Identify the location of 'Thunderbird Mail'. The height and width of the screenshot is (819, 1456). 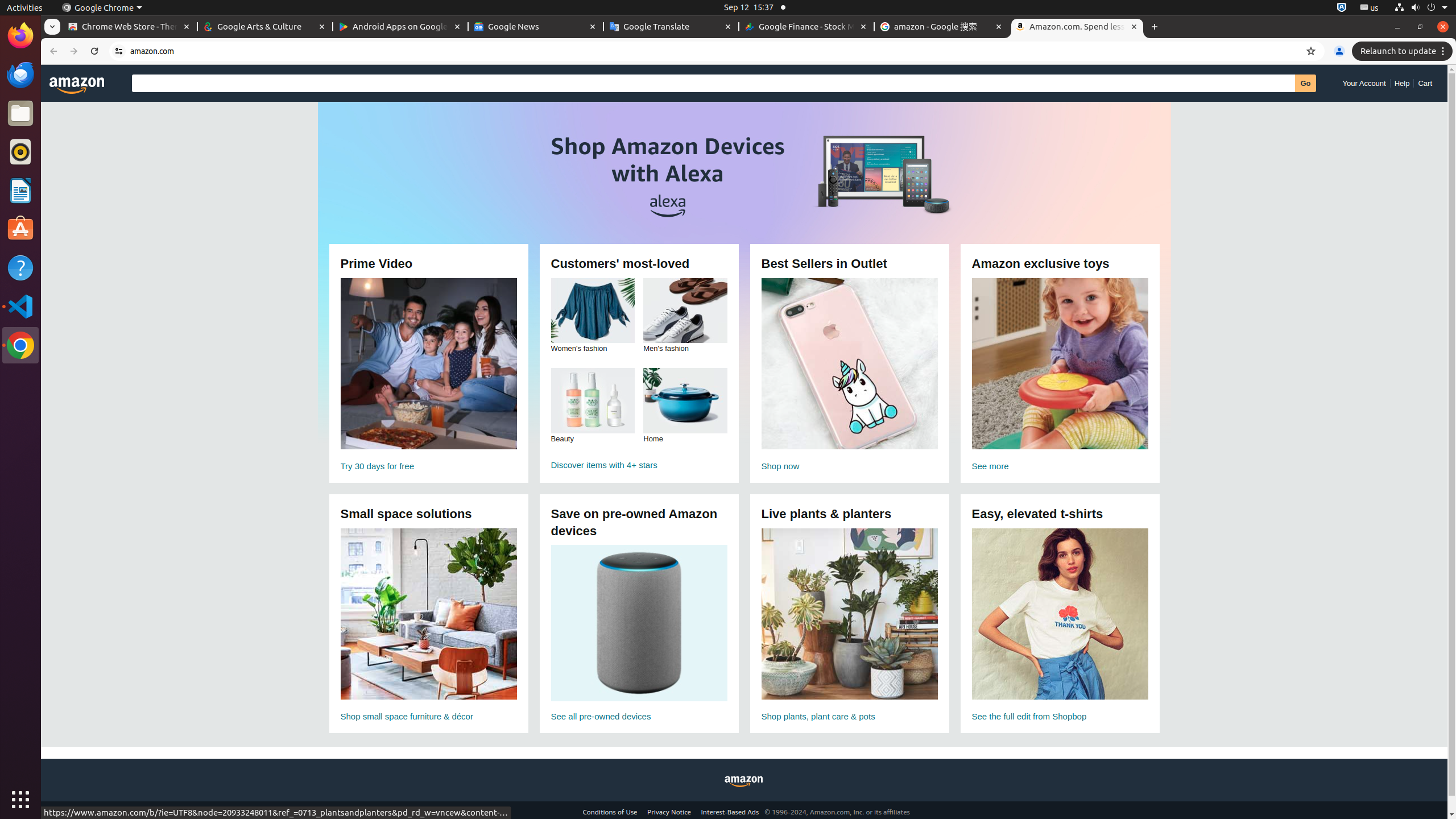
(20, 74).